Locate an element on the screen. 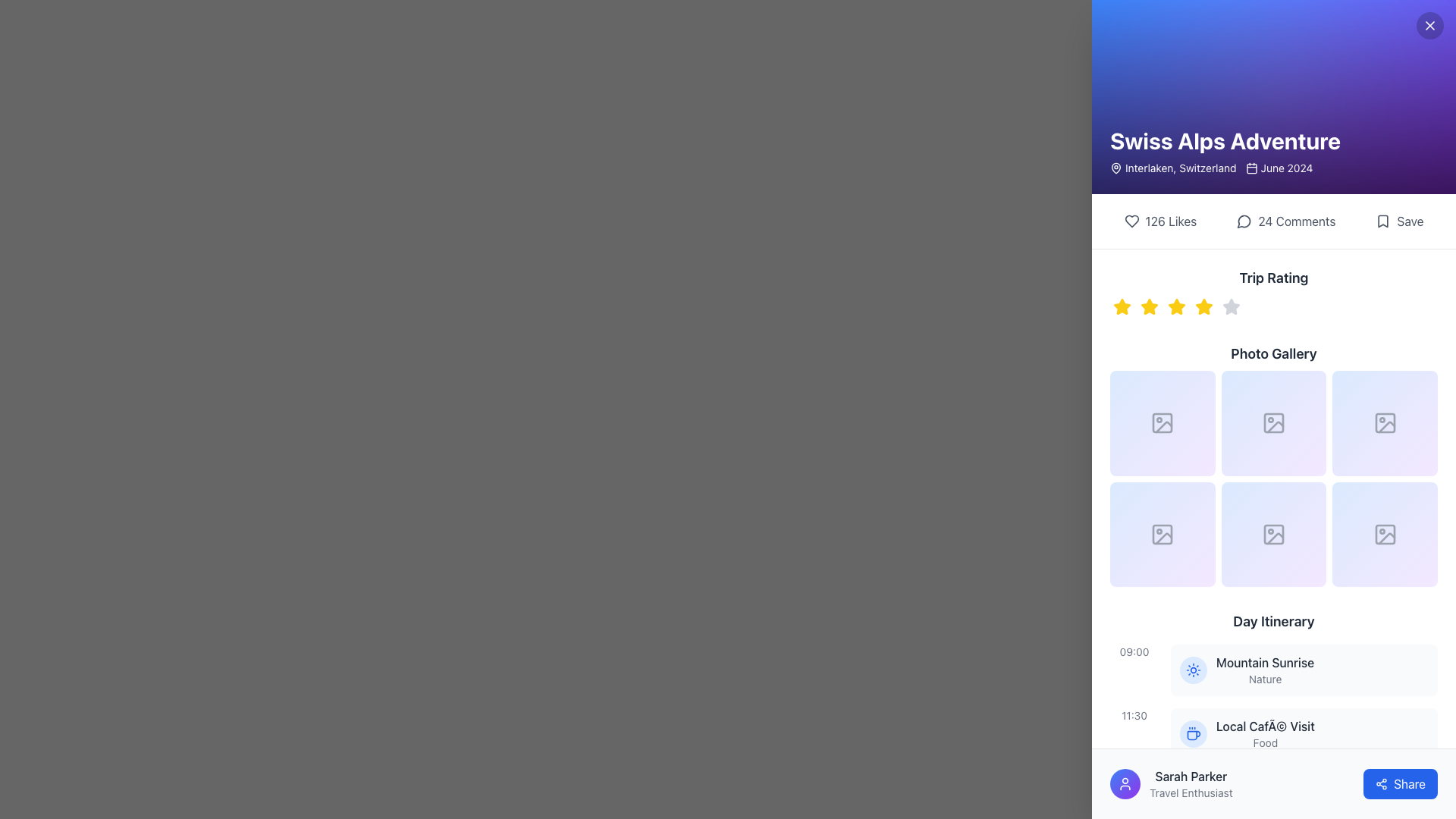  the icon representing a placeholder within the grid layout of the 'Photo Gallery' is located at coordinates (1273, 534).